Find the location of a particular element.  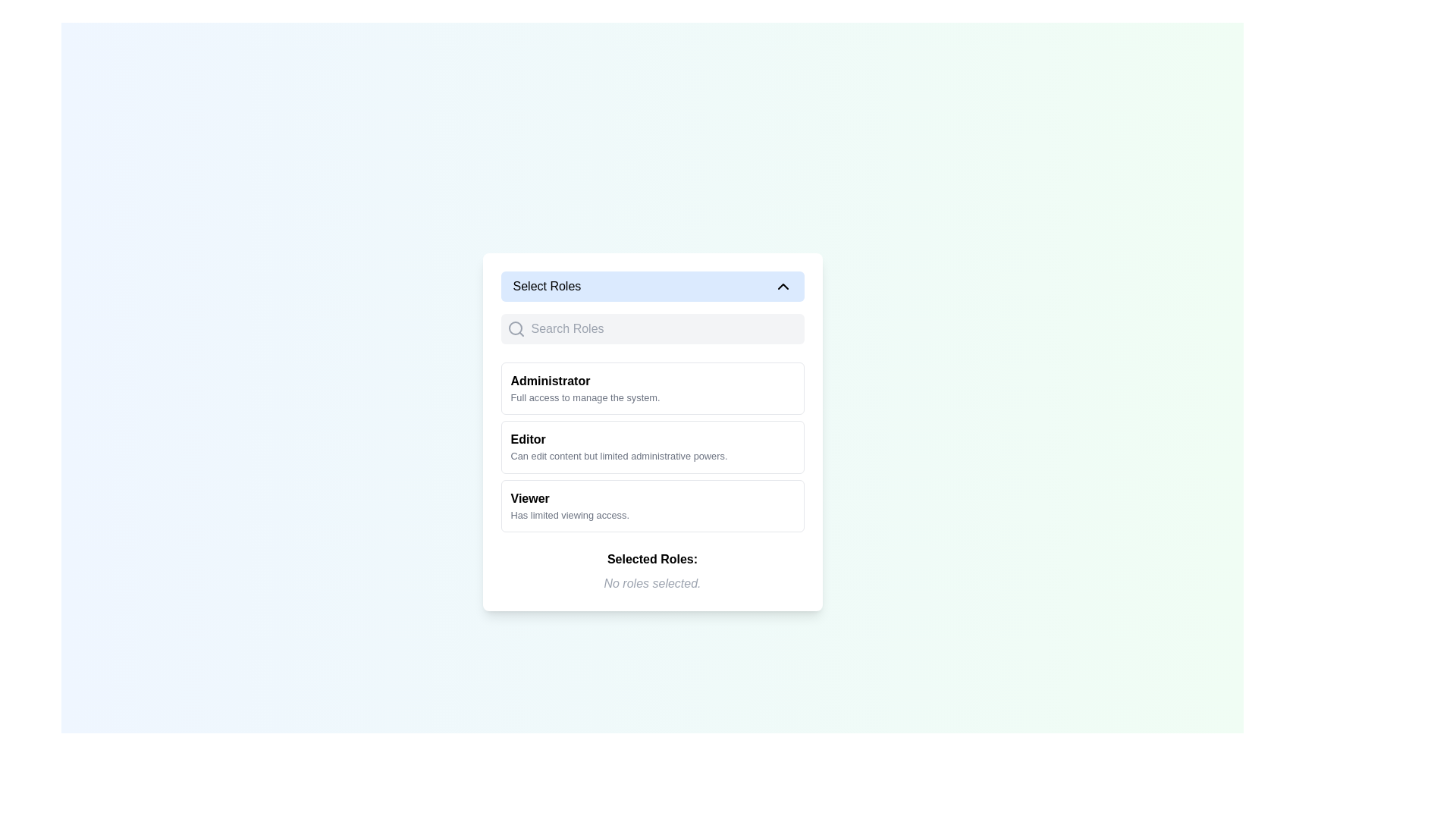

the Dropdown toggle button located above the 'Search Roles' input field is located at coordinates (652, 287).